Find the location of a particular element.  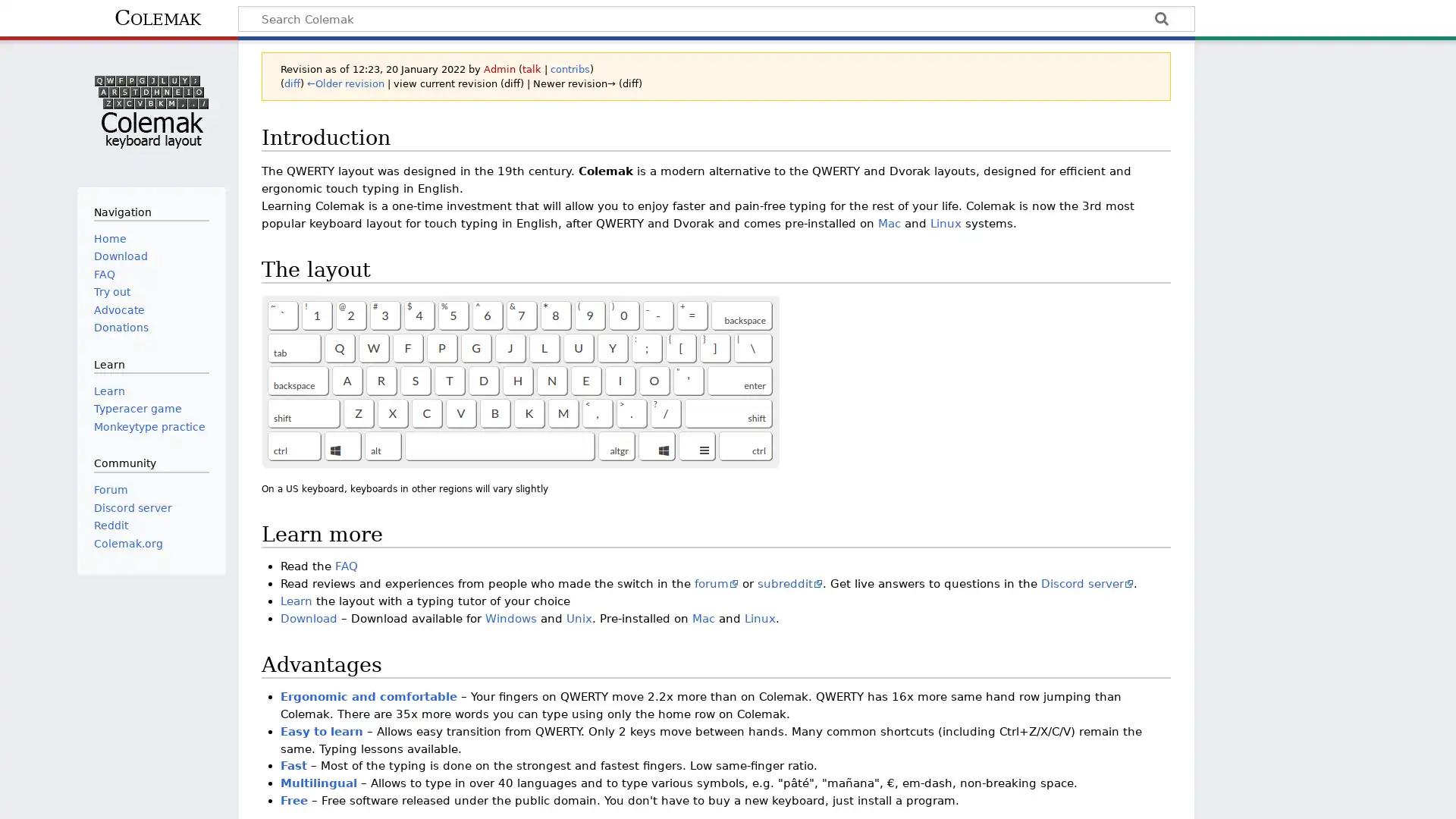

Go is located at coordinates (1160, 20).